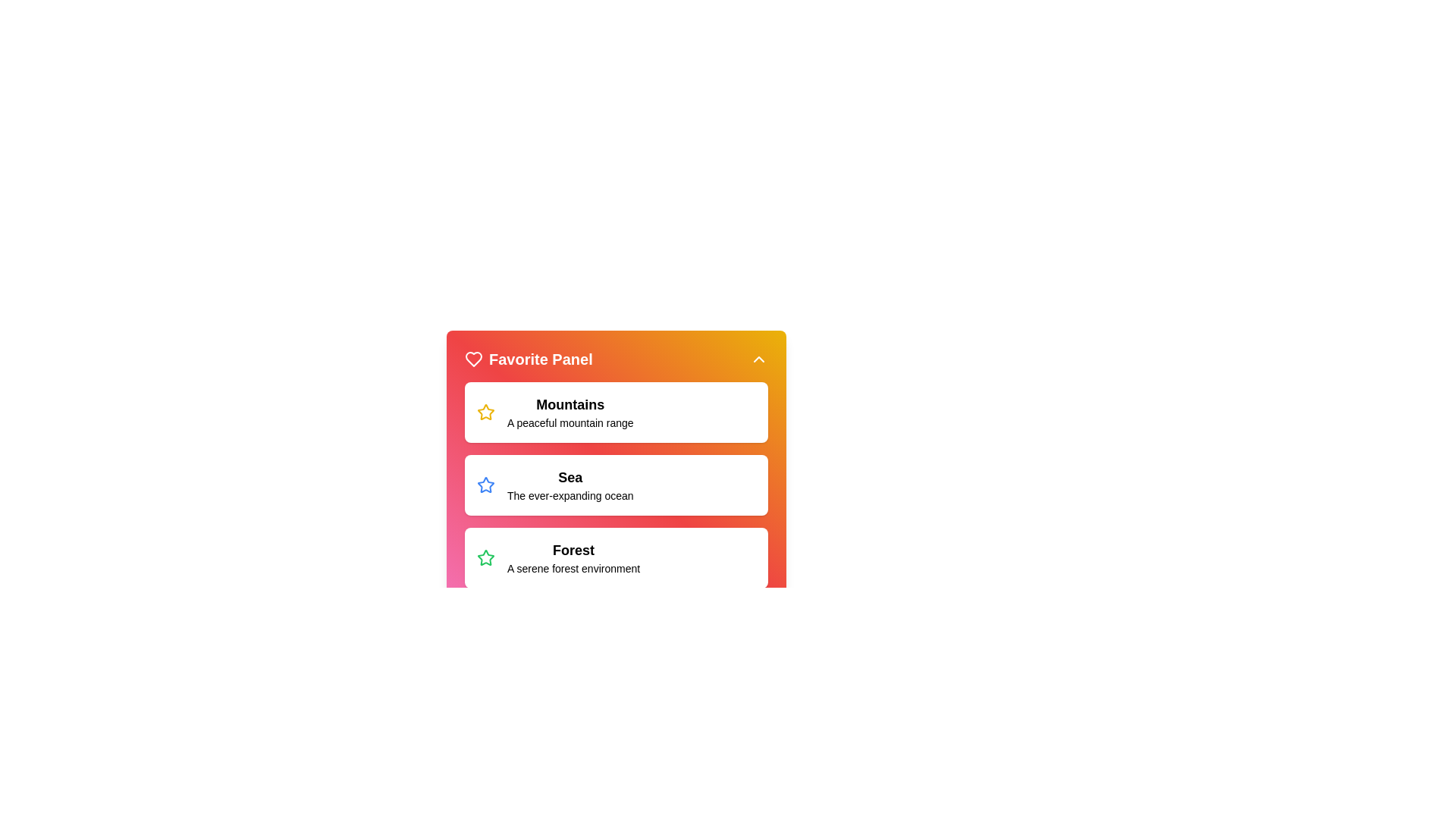  I want to click on the third icon in the vertical list representing the 'Forest' category in the 'Favorite Panel', so click(486, 557).